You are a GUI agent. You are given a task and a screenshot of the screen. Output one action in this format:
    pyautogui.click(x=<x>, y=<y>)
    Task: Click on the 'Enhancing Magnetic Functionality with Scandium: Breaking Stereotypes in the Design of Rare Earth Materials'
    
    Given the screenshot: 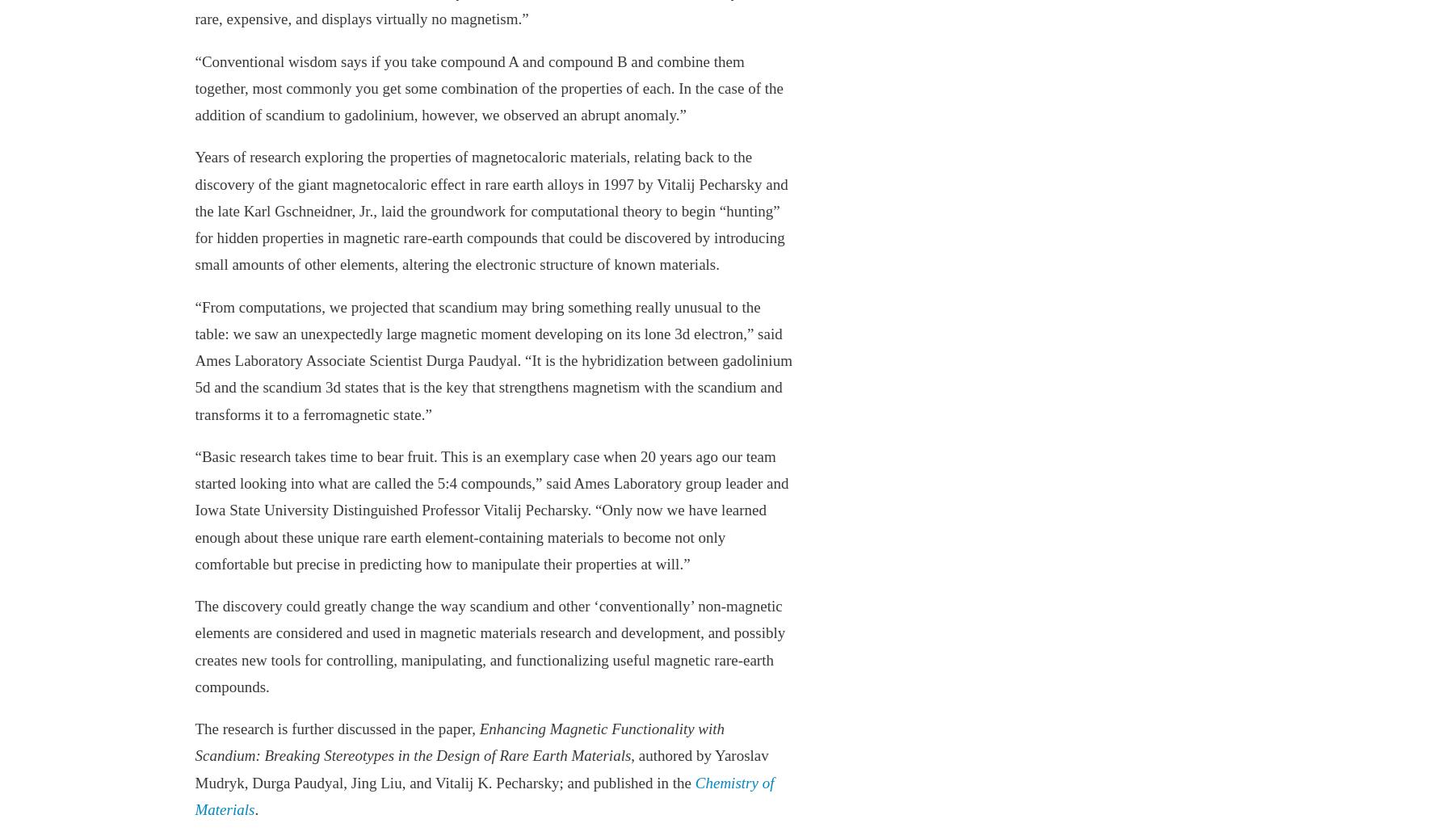 What is the action you would take?
    pyautogui.click(x=459, y=742)
    